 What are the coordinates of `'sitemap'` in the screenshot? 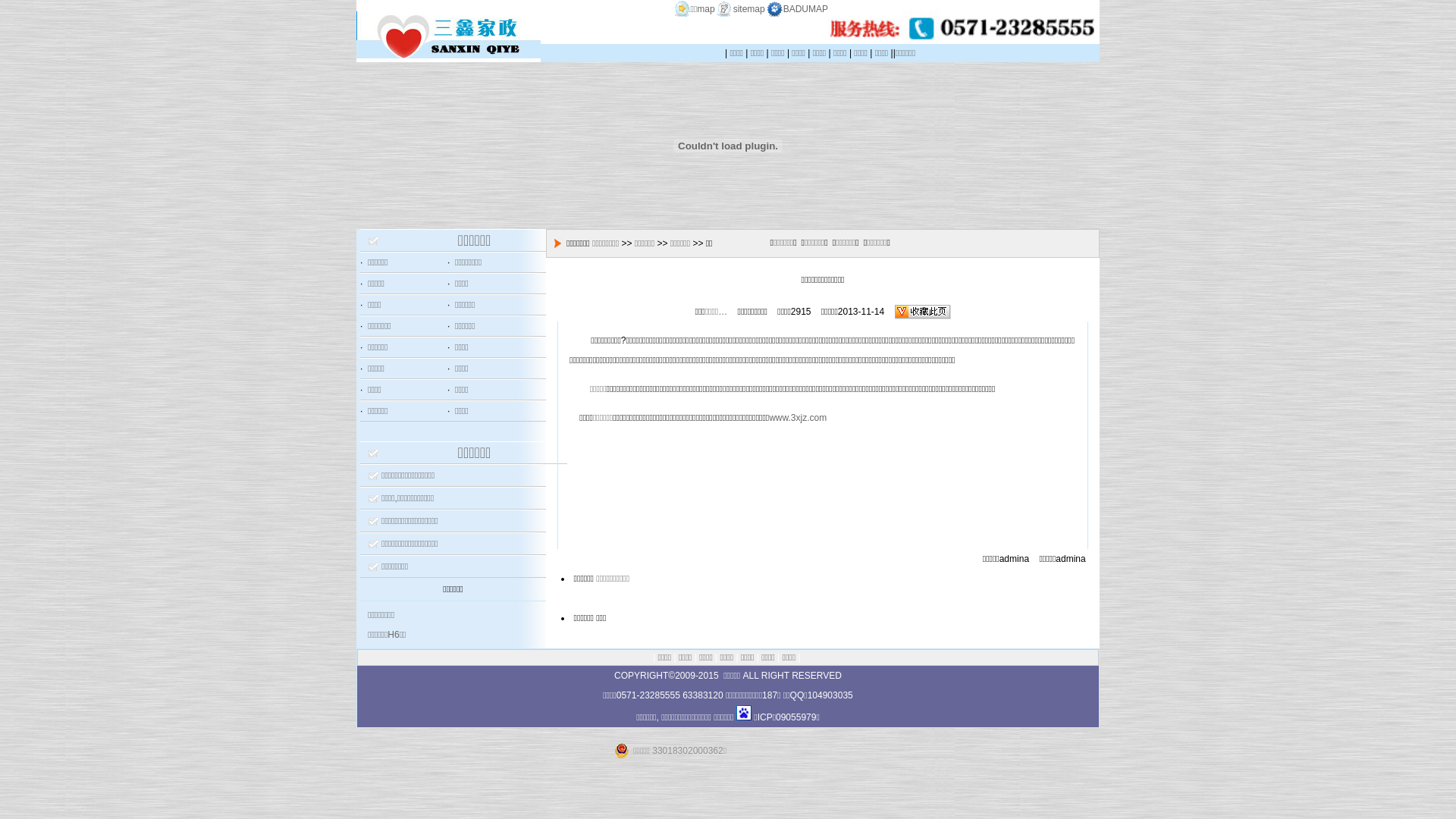 It's located at (714, 8).